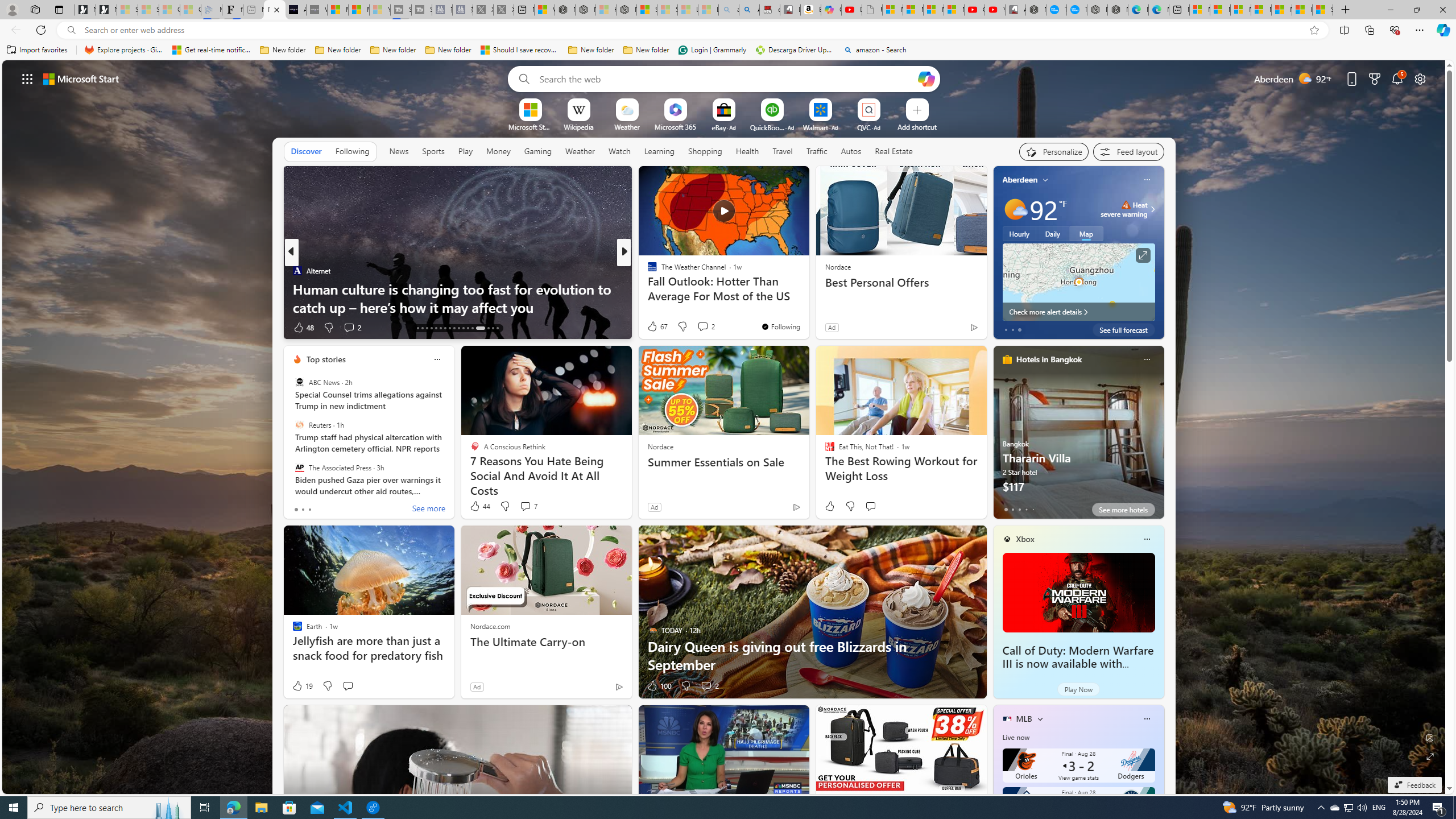 The image size is (1456, 819). I want to click on 'Gaming', so click(537, 151).